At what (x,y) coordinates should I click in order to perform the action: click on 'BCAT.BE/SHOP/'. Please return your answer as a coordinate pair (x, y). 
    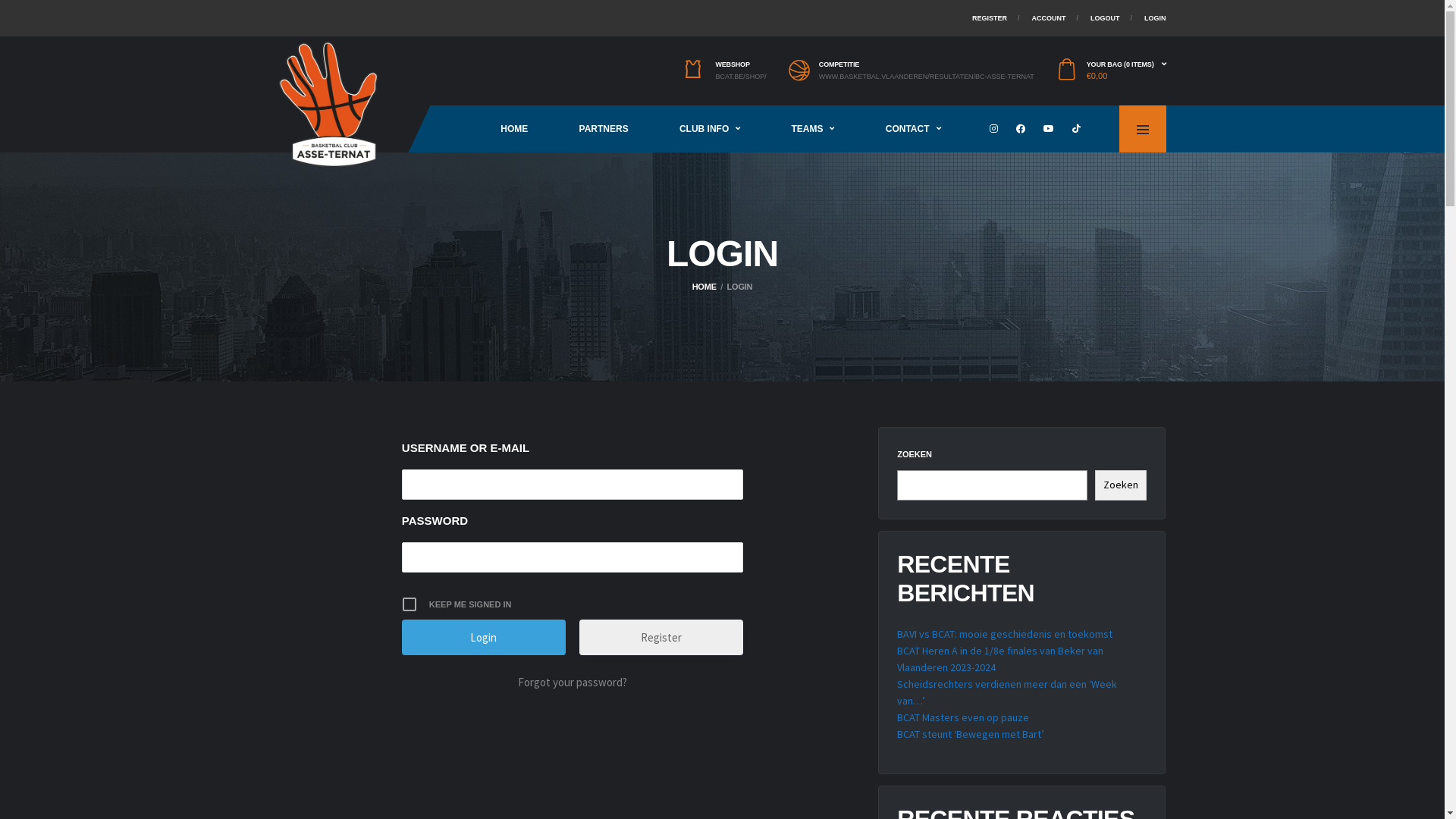
    Looking at the image, I should click on (740, 77).